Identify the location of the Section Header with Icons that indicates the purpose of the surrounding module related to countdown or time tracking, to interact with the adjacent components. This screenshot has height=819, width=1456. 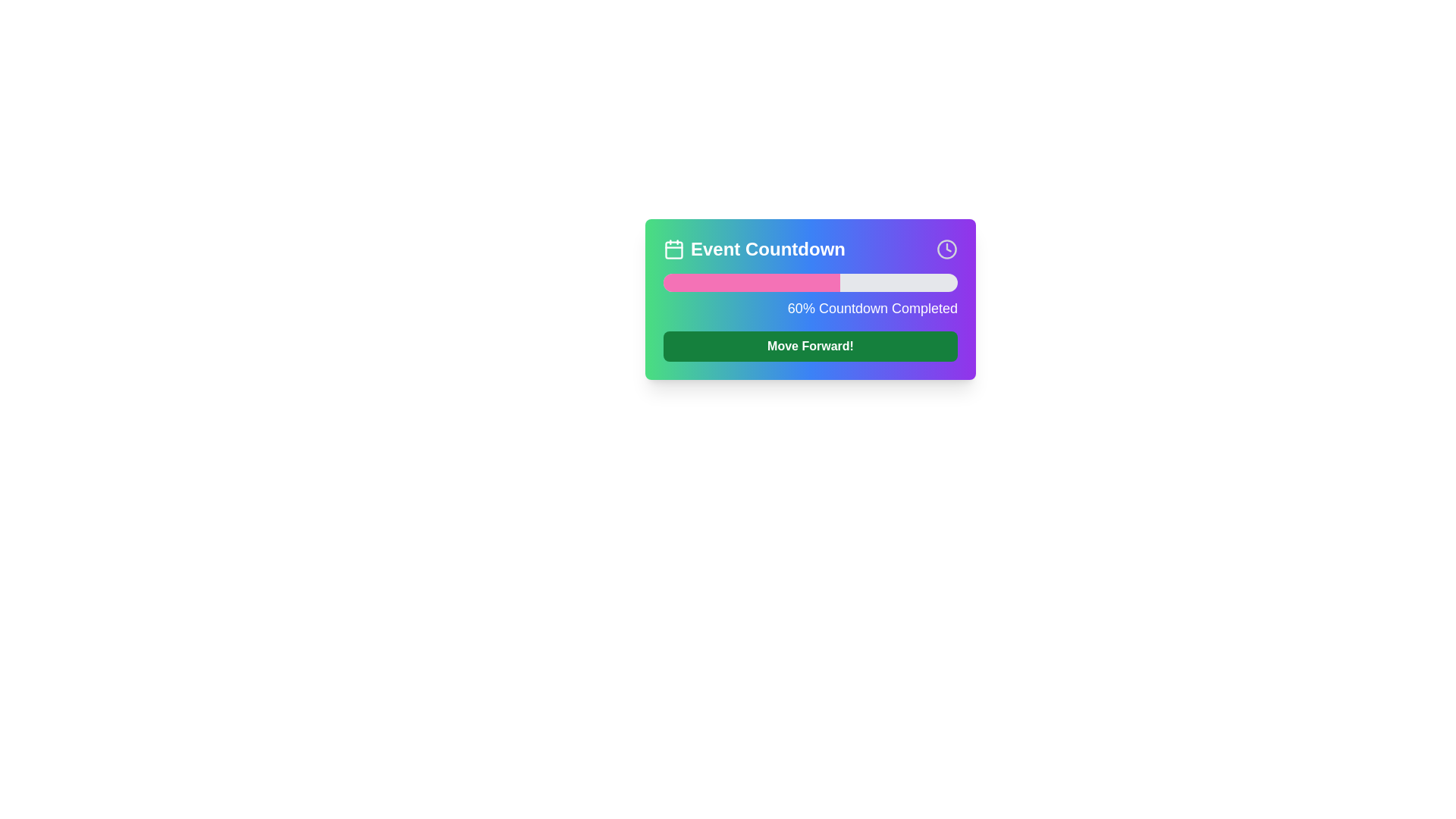
(810, 248).